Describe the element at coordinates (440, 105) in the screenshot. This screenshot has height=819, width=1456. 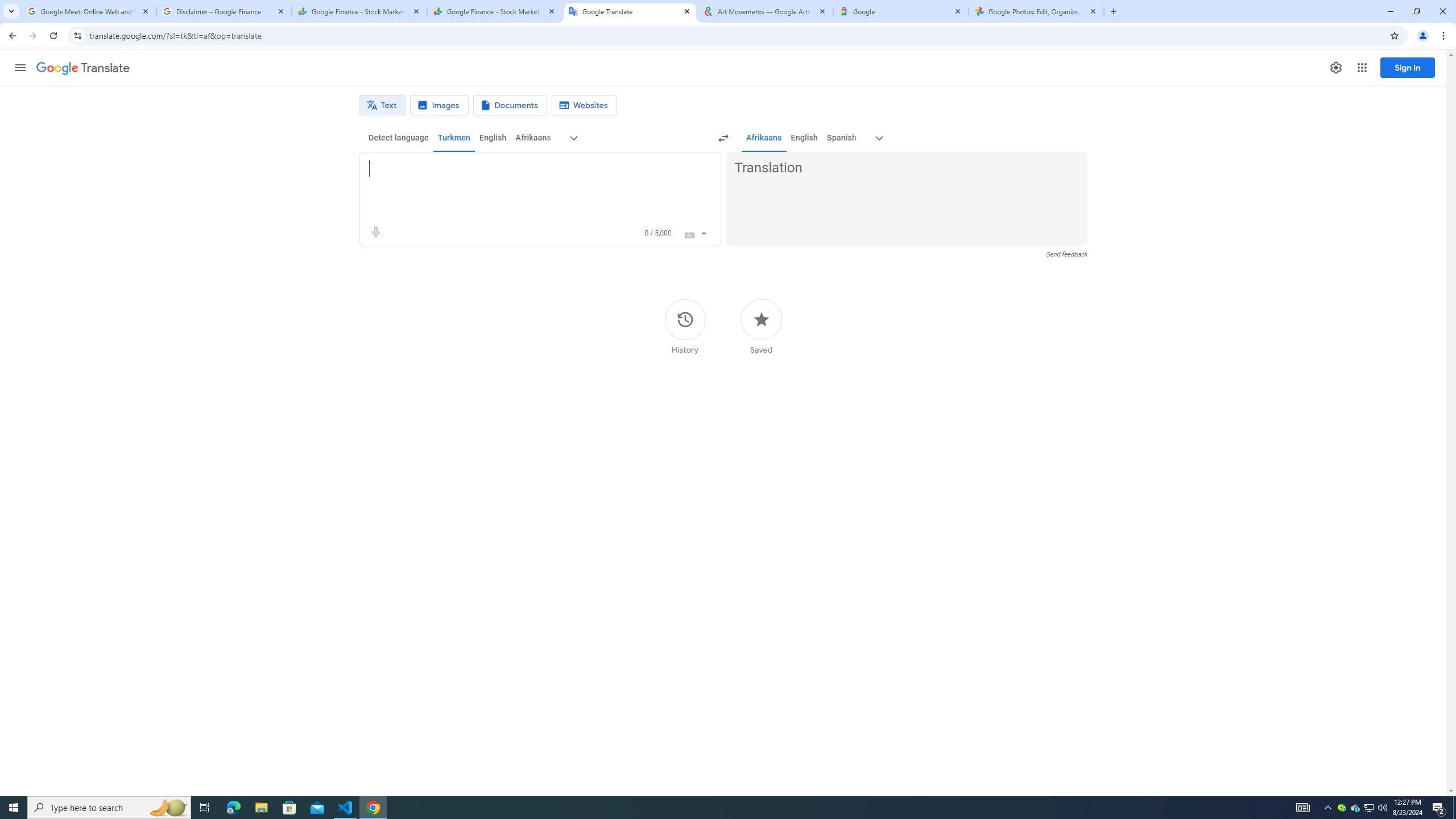
I see `'Image translation'` at that location.